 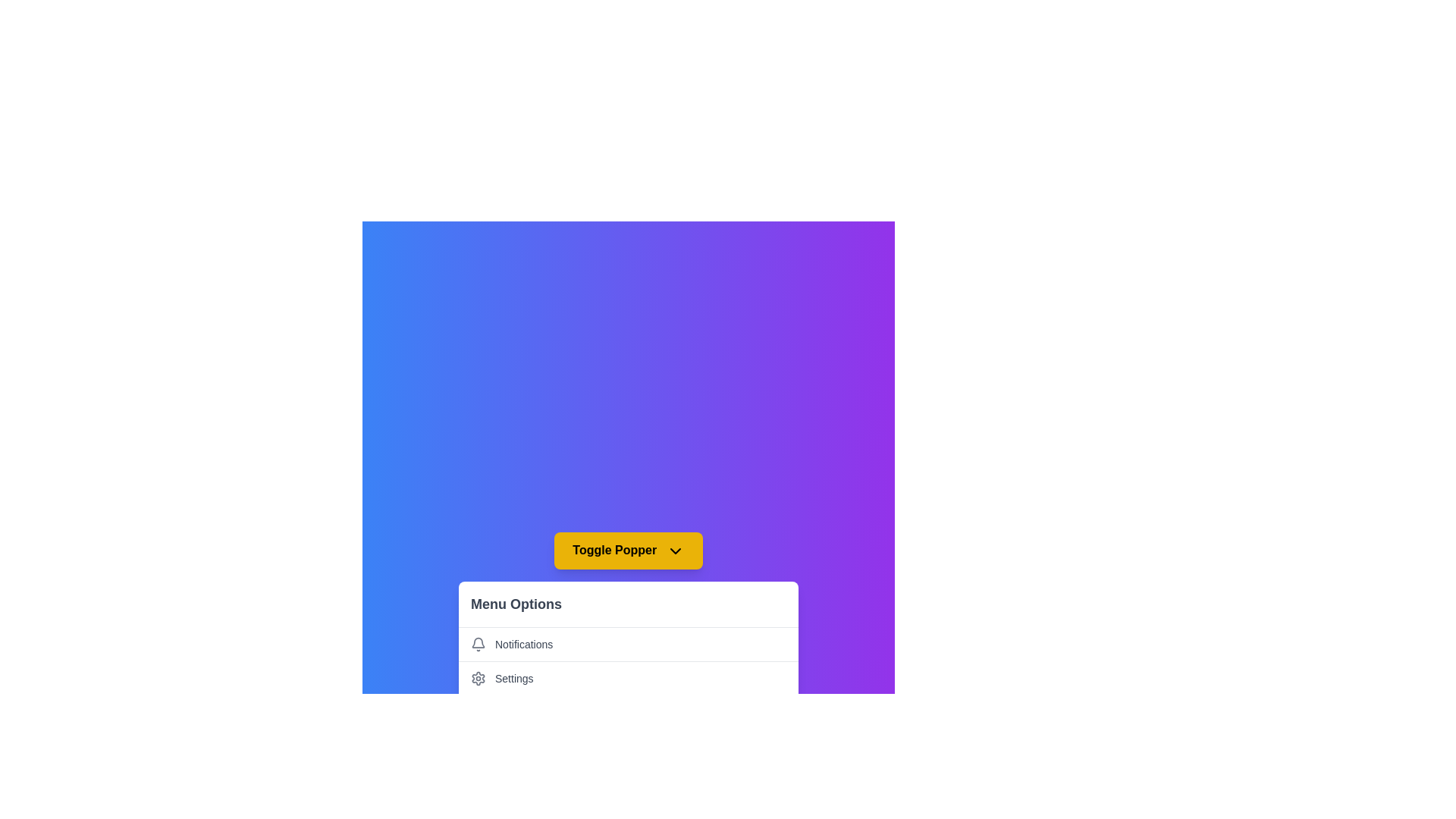 I want to click on text of the second item in the menu list, which is a Text Label located to the right of a bell icon and below the 'Menu Options' header, so click(x=524, y=644).